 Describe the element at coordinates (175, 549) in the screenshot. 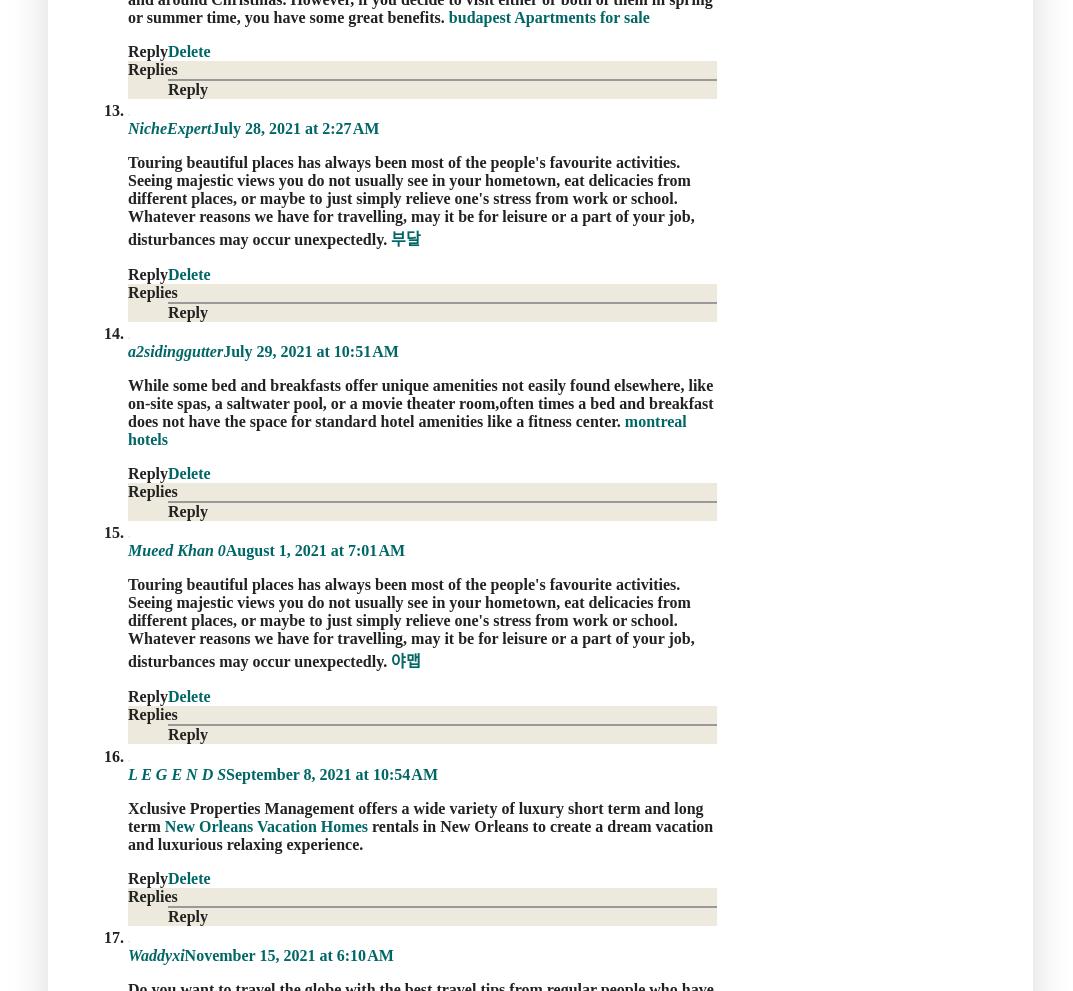

I see `'Mueed Khan 0'` at that location.